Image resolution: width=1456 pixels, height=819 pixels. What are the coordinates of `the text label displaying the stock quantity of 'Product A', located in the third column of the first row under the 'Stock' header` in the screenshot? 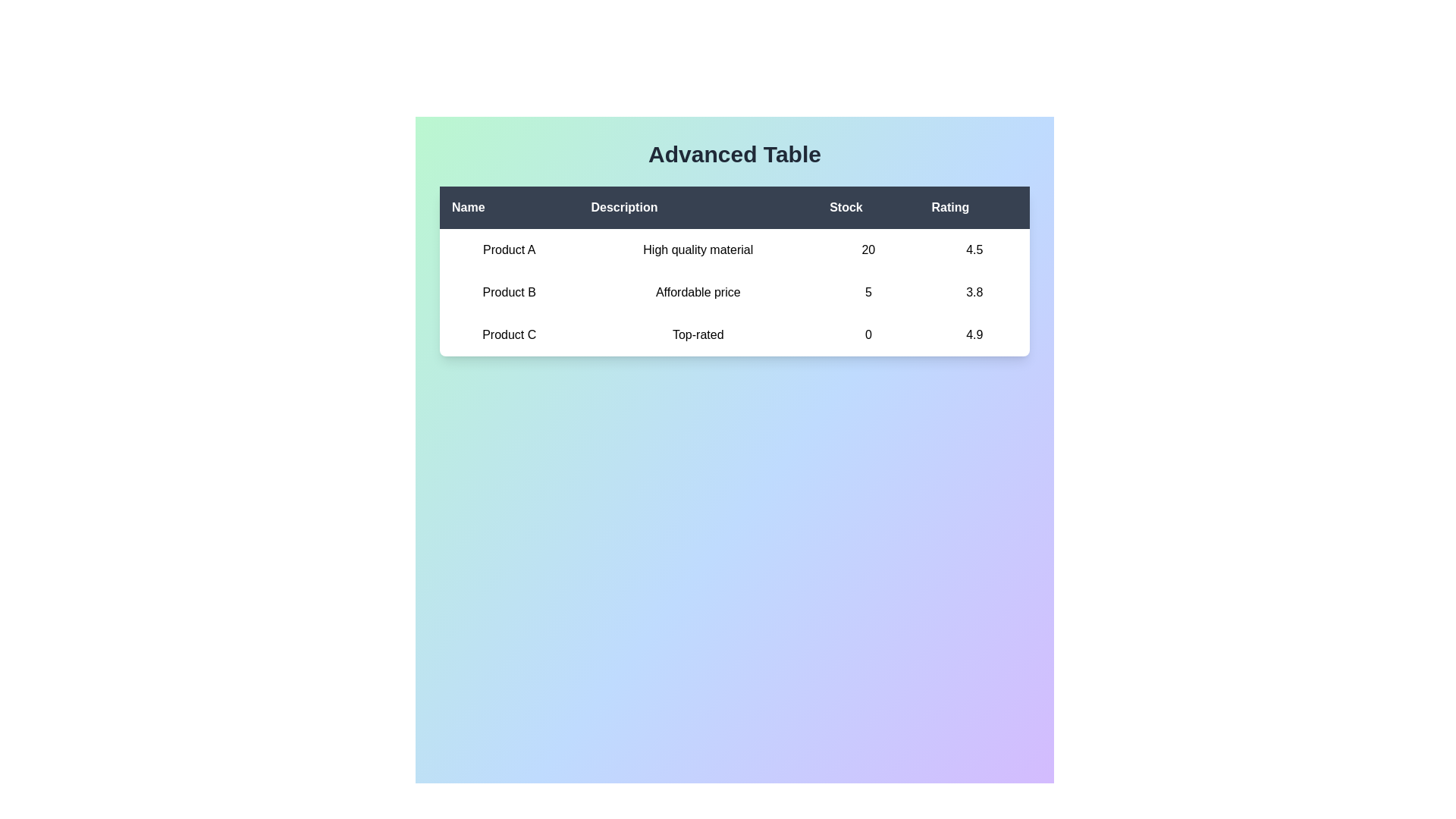 It's located at (868, 249).